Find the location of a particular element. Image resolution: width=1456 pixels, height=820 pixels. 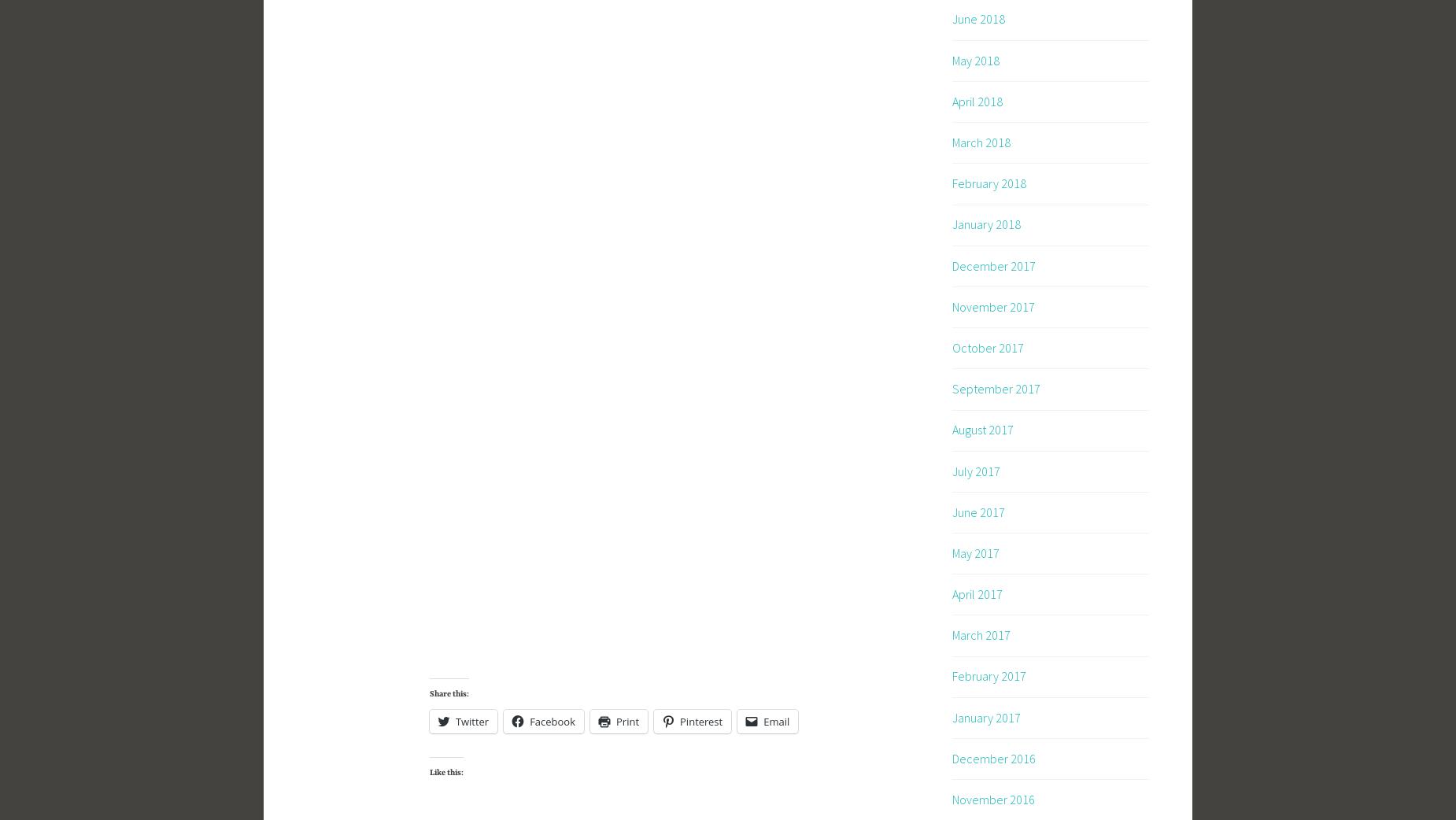

'May 2018' is located at coordinates (975, 58).